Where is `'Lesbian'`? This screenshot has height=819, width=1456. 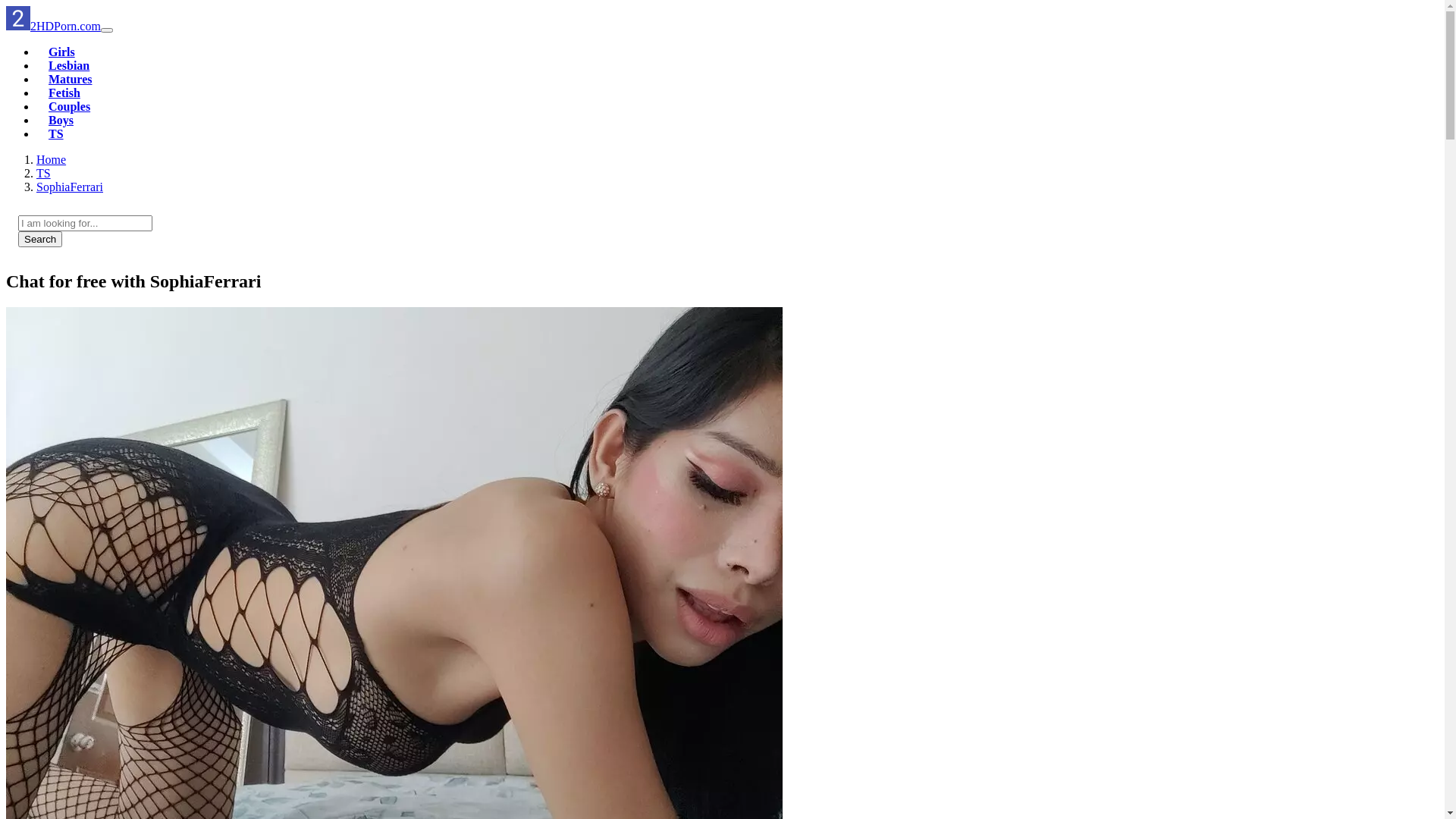
'Lesbian' is located at coordinates (68, 64).